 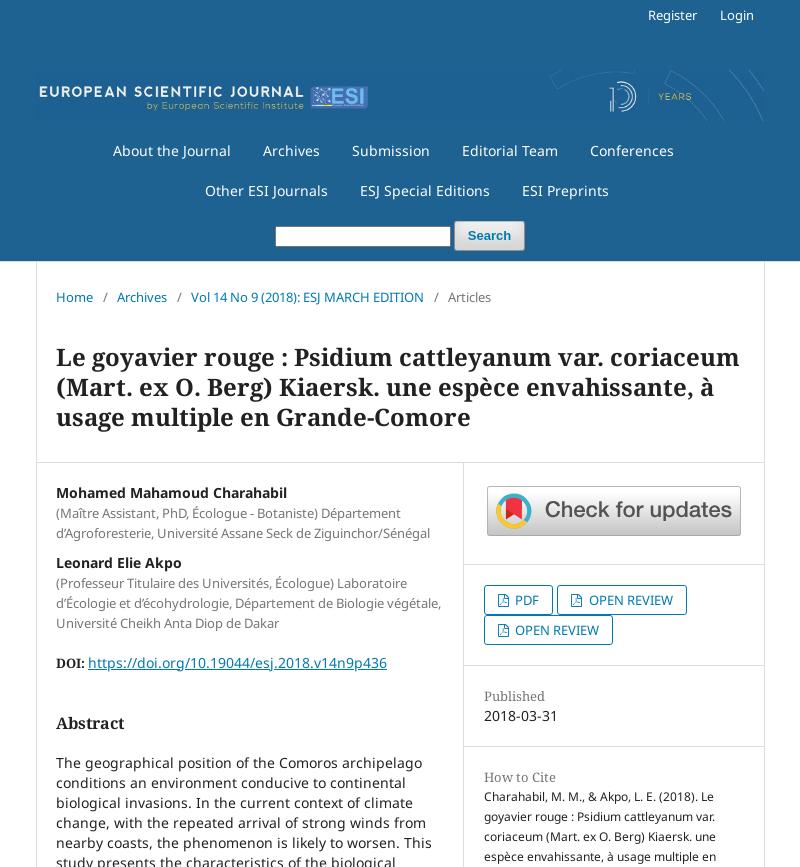 I want to click on 'Vol 14 No 9 (2018): ESJ MARCH EDITION', so click(x=306, y=295).